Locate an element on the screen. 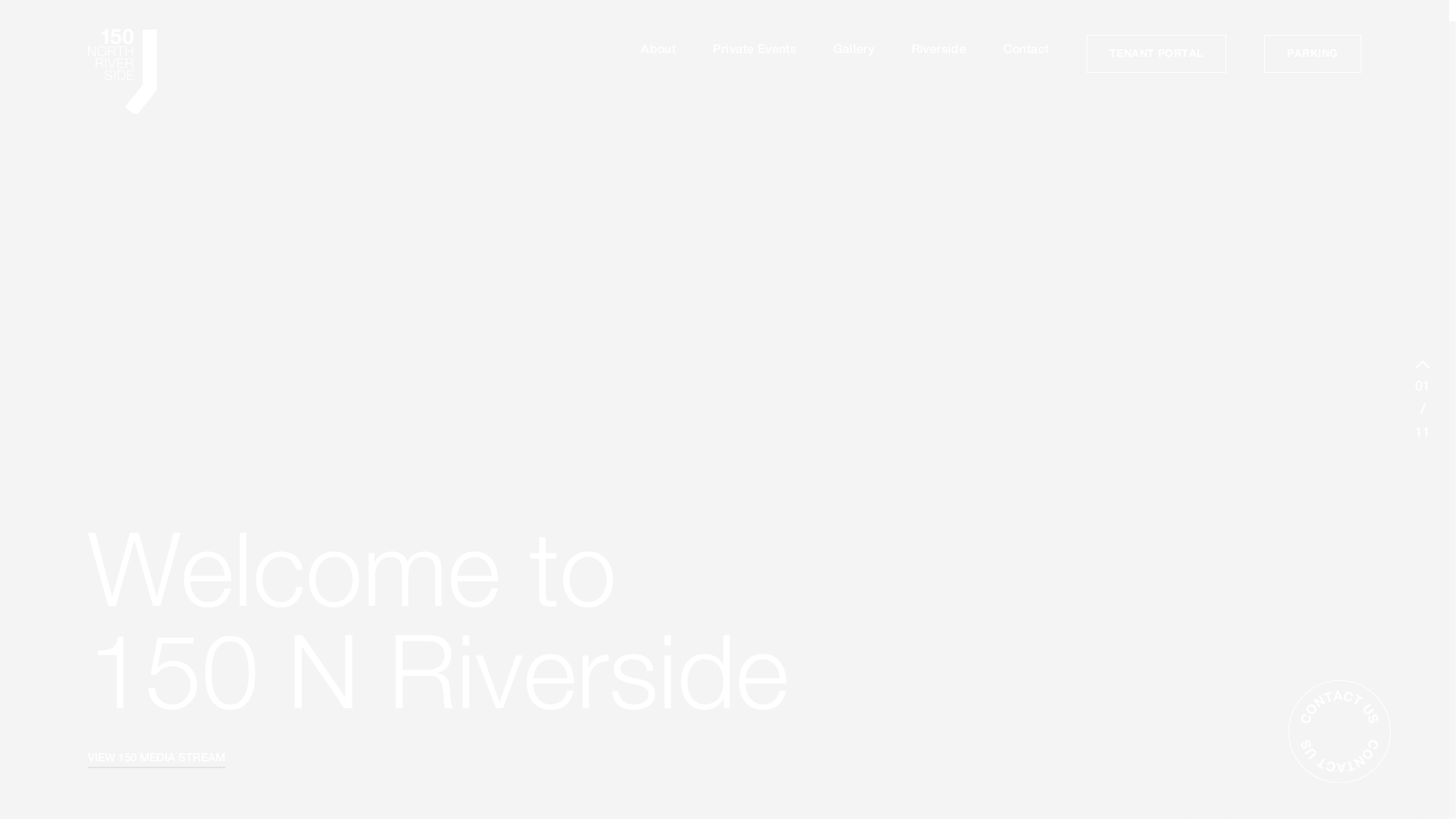  'Private Events' is located at coordinates (754, 49).